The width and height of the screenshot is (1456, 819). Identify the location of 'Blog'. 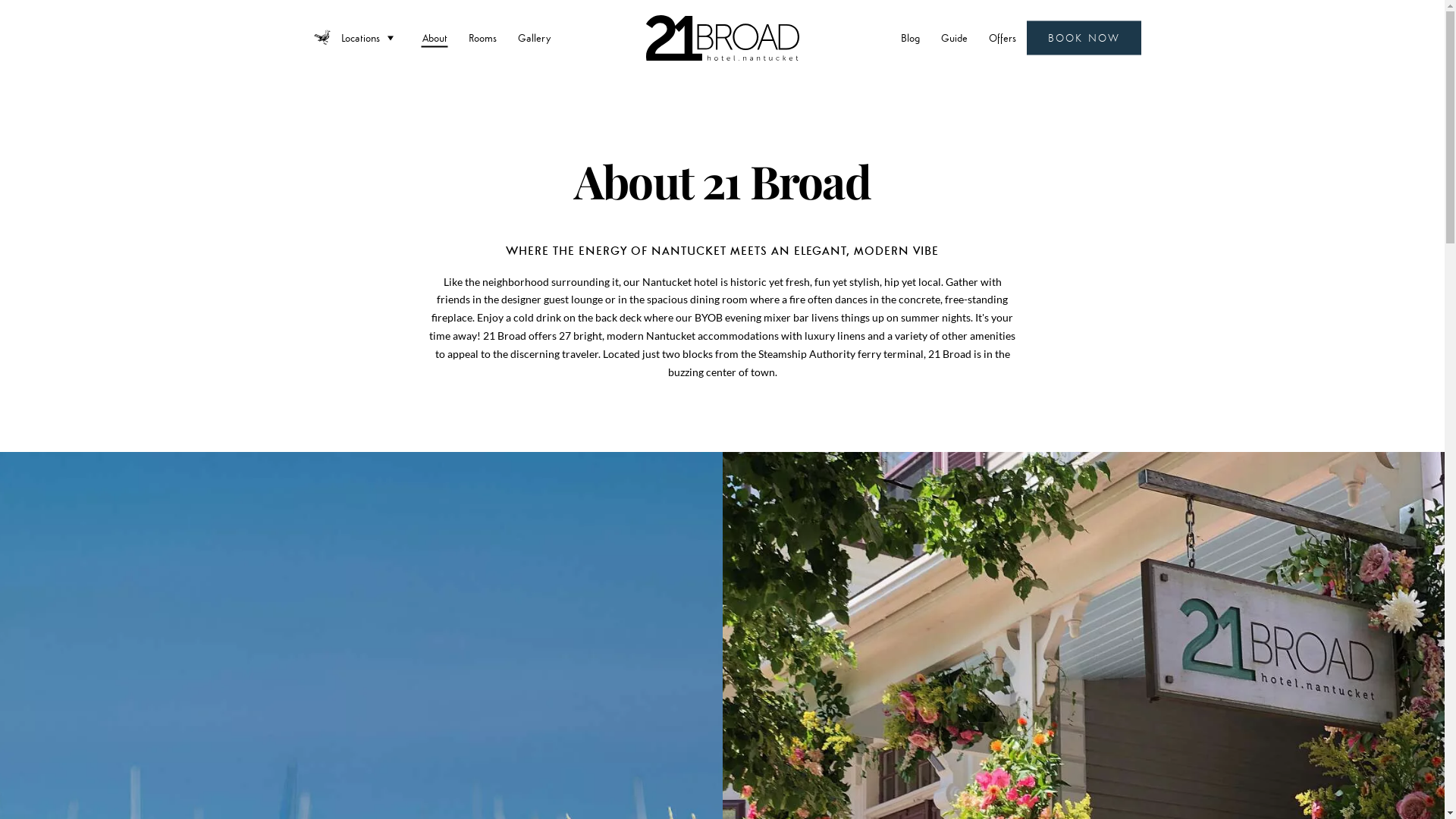
(910, 37).